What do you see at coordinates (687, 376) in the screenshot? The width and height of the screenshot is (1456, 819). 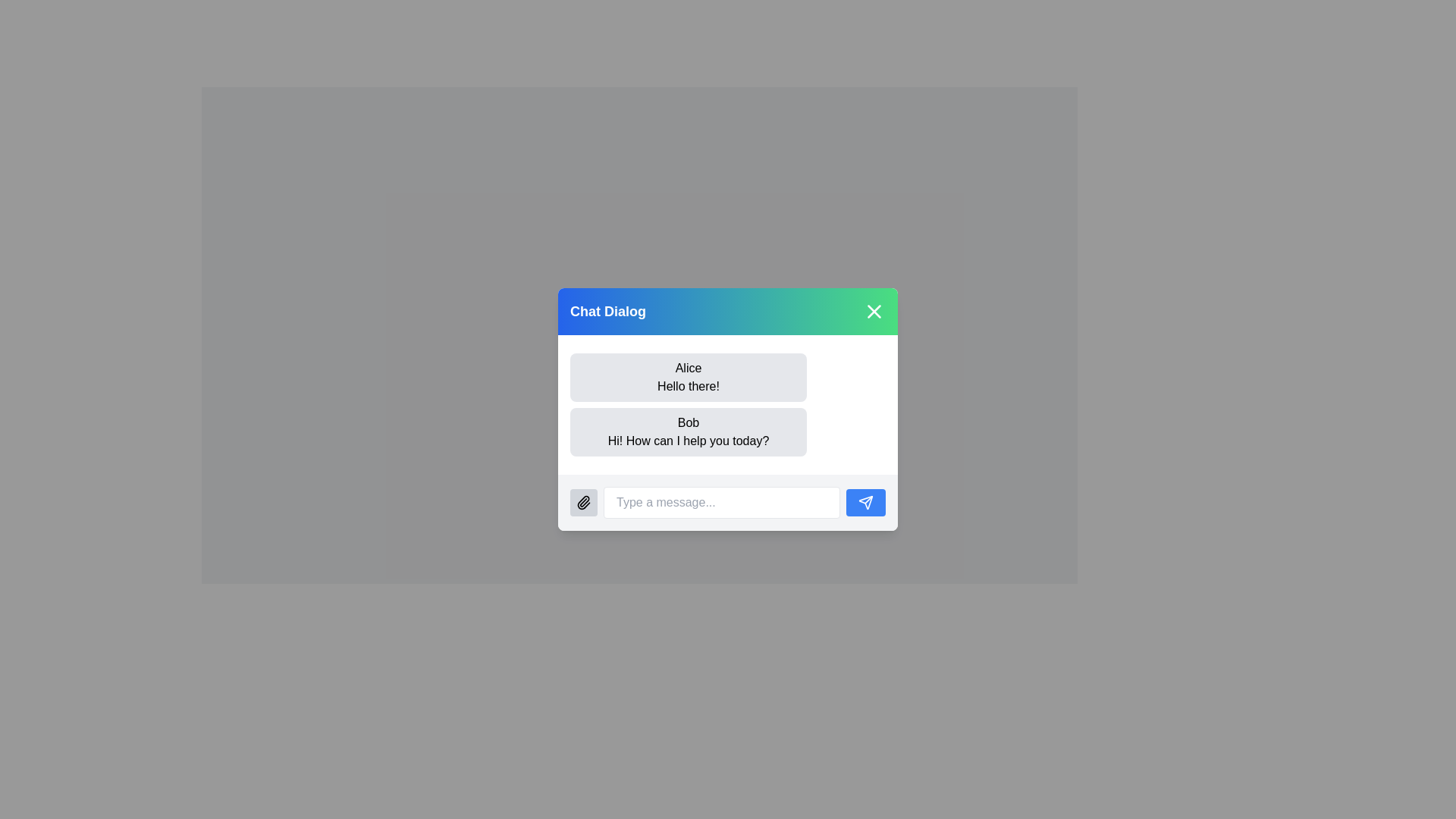 I see `the first chat message bubble from sender 'Alice' with a light gray background and rounded corners in the 'Chat Dialog' window` at bounding box center [687, 376].